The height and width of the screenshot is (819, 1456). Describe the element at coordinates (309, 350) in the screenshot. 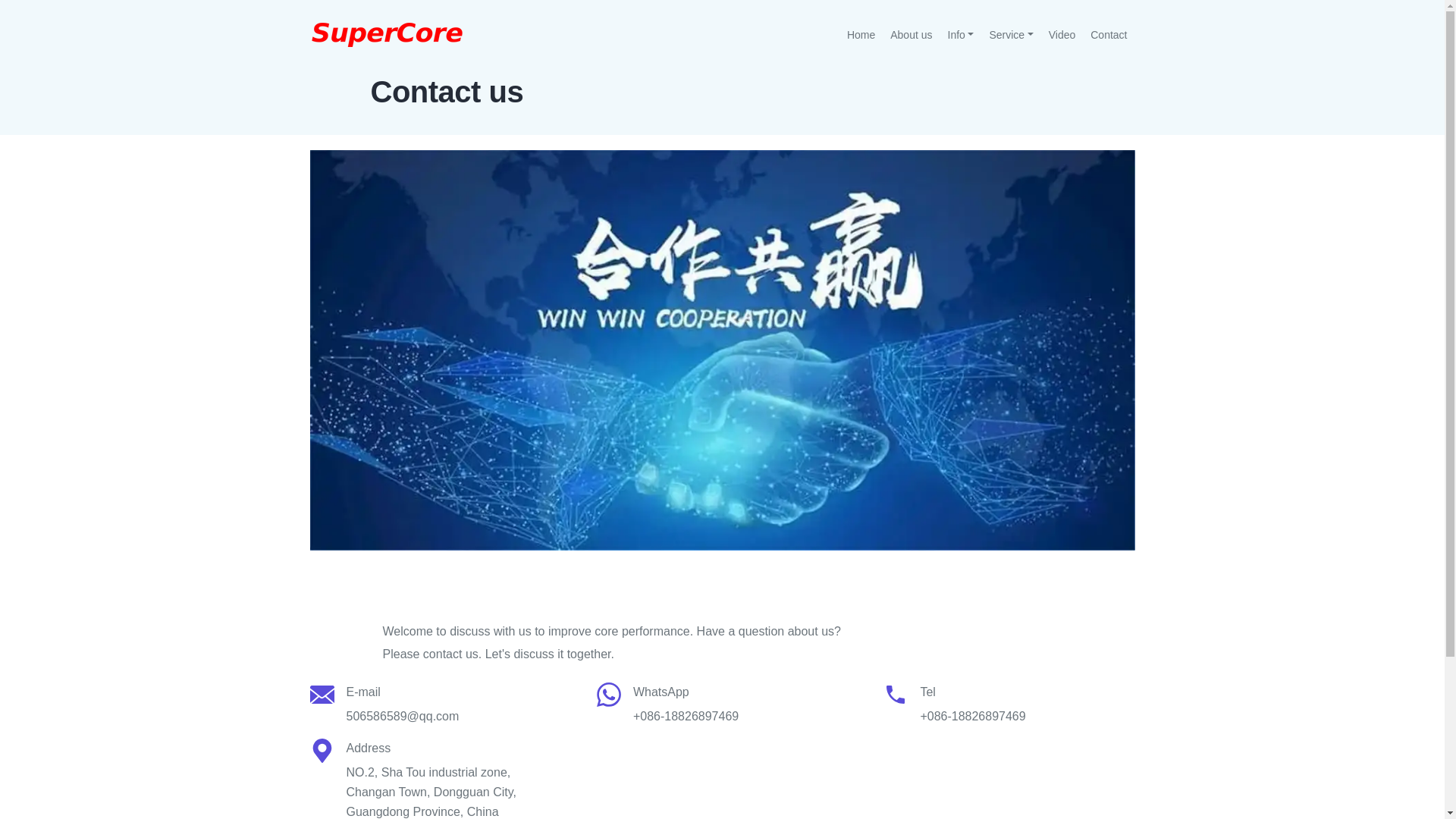

I see `'Contact us'` at that location.